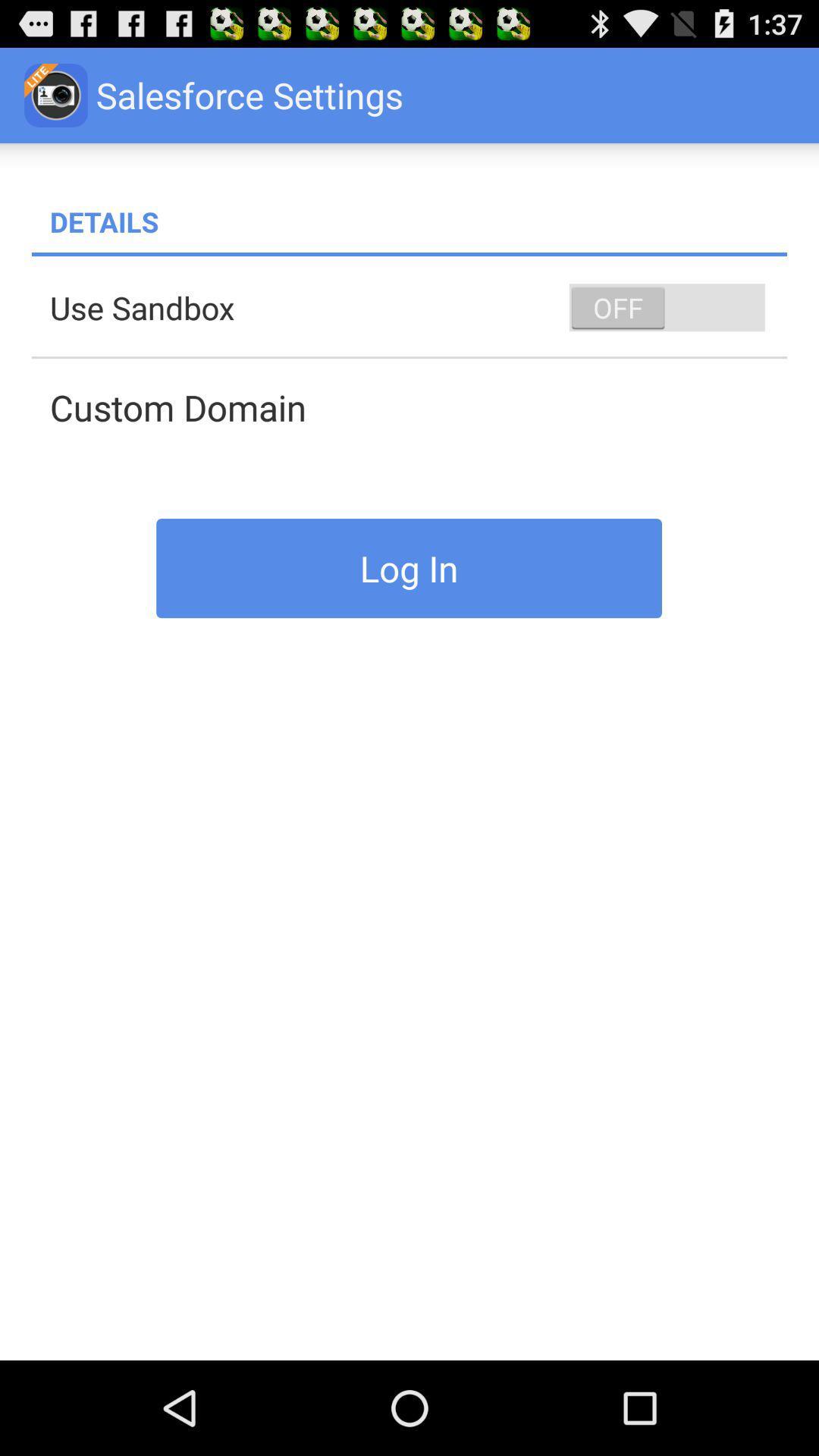 This screenshot has height=1456, width=819. I want to click on the item at the center, so click(408, 567).